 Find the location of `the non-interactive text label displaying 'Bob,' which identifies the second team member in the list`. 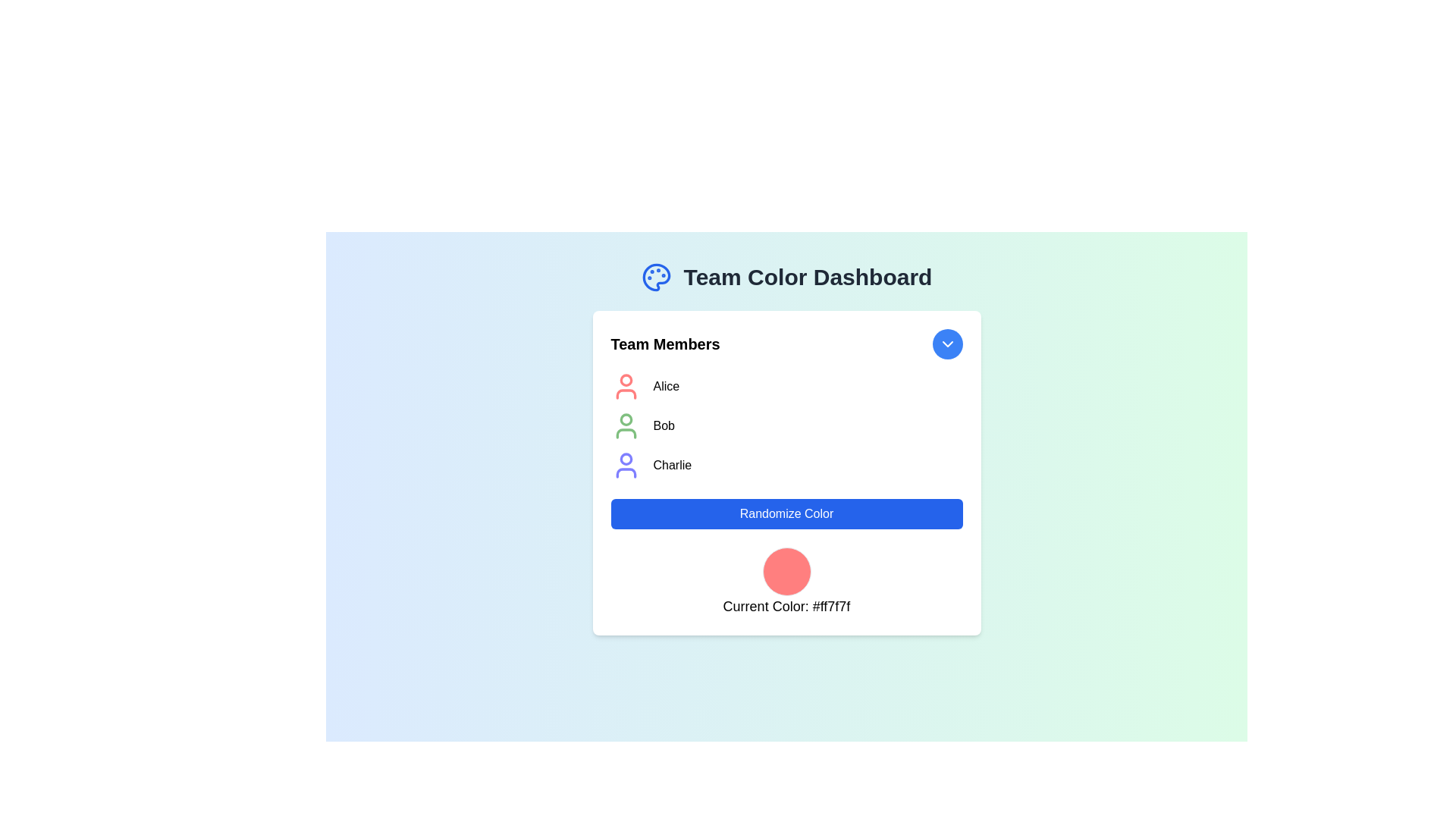

the non-interactive text label displaying 'Bob,' which identifies the second team member in the list is located at coordinates (664, 426).